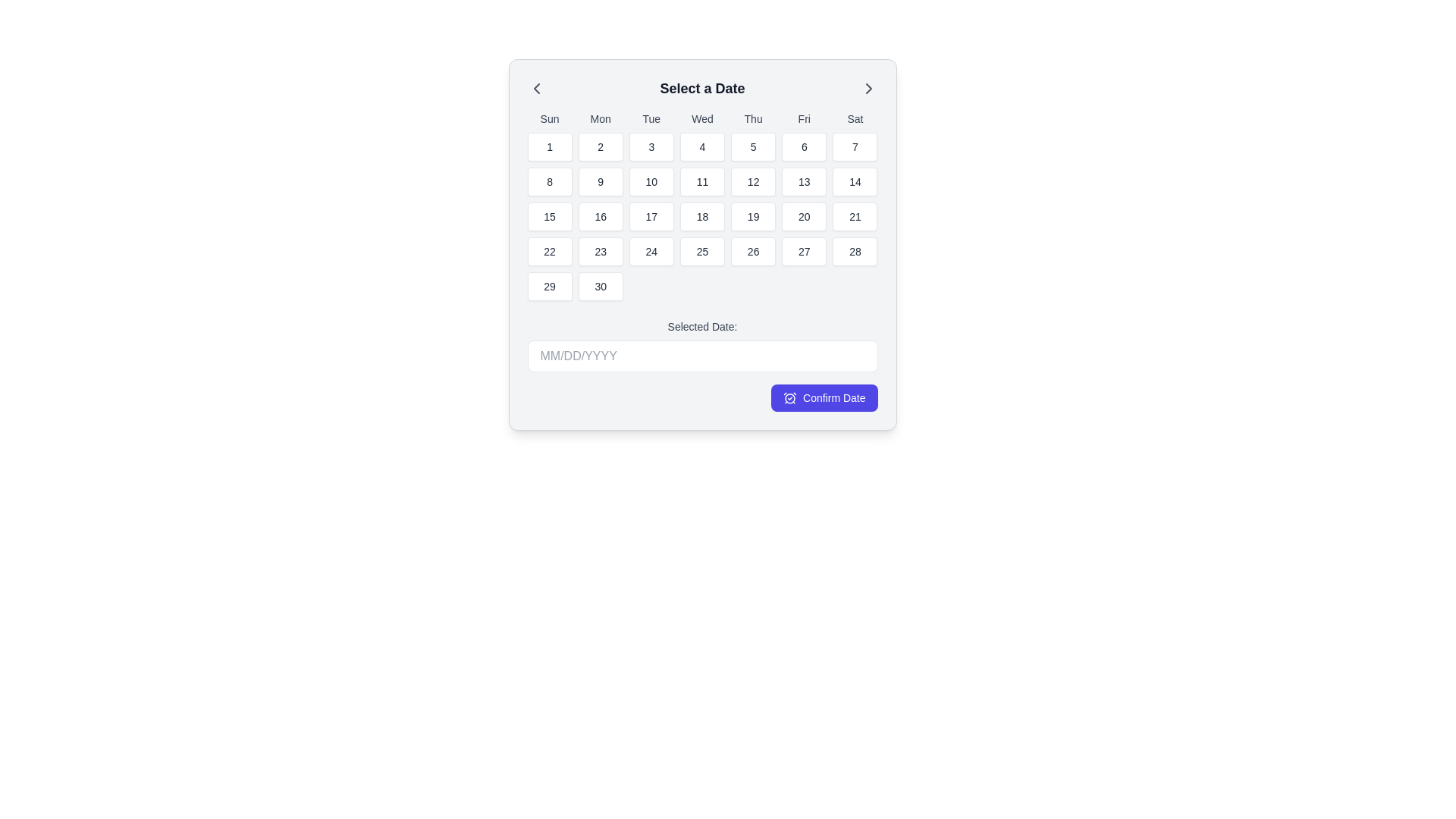  What do you see at coordinates (701, 244) in the screenshot?
I see `the Date Selector Grid` at bounding box center [701, 244].